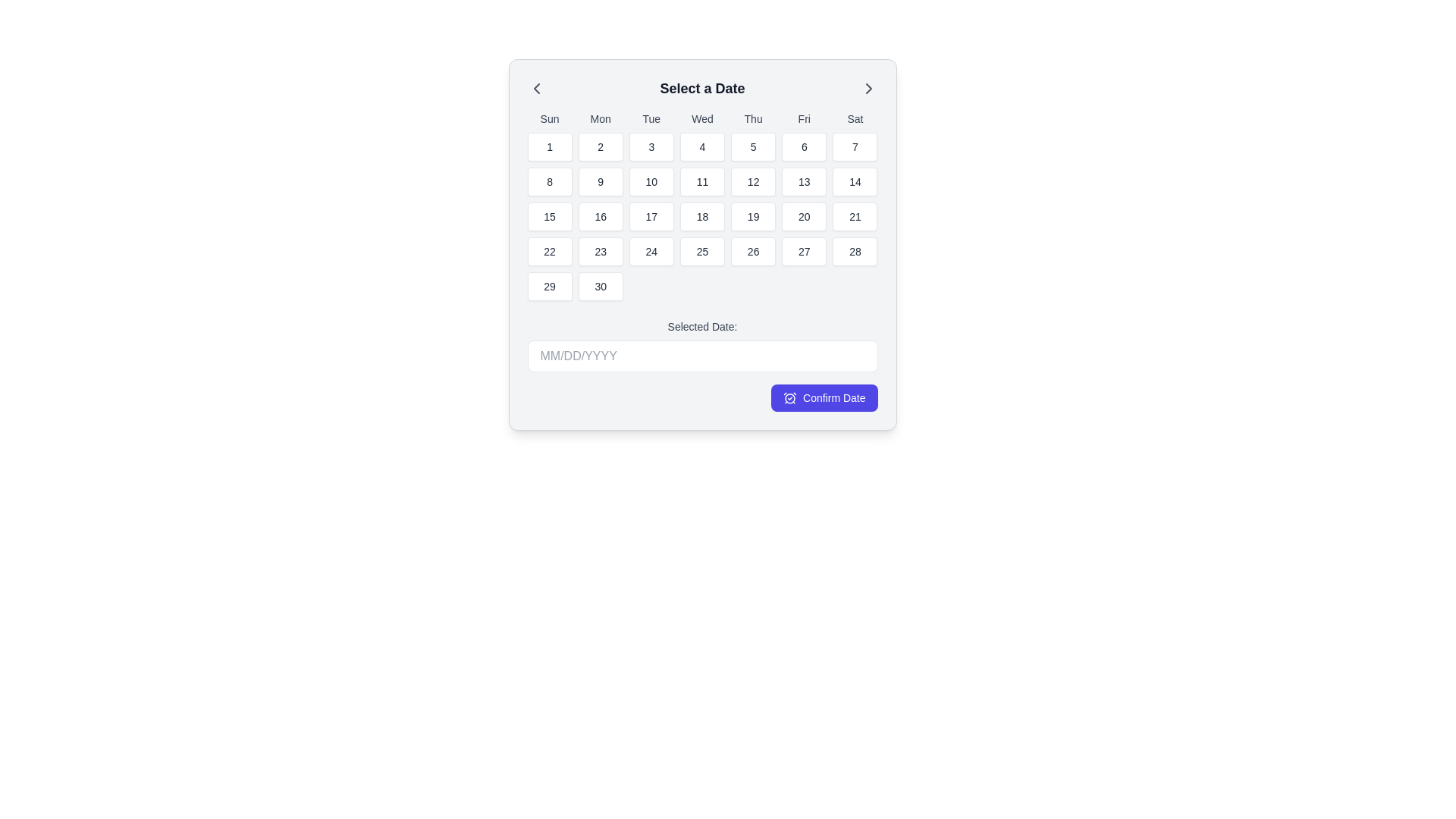  What do you see at coordinates (701, 244) in the screenshot?
I see `the Date Selector Grid` at bounding box center [701, 244].